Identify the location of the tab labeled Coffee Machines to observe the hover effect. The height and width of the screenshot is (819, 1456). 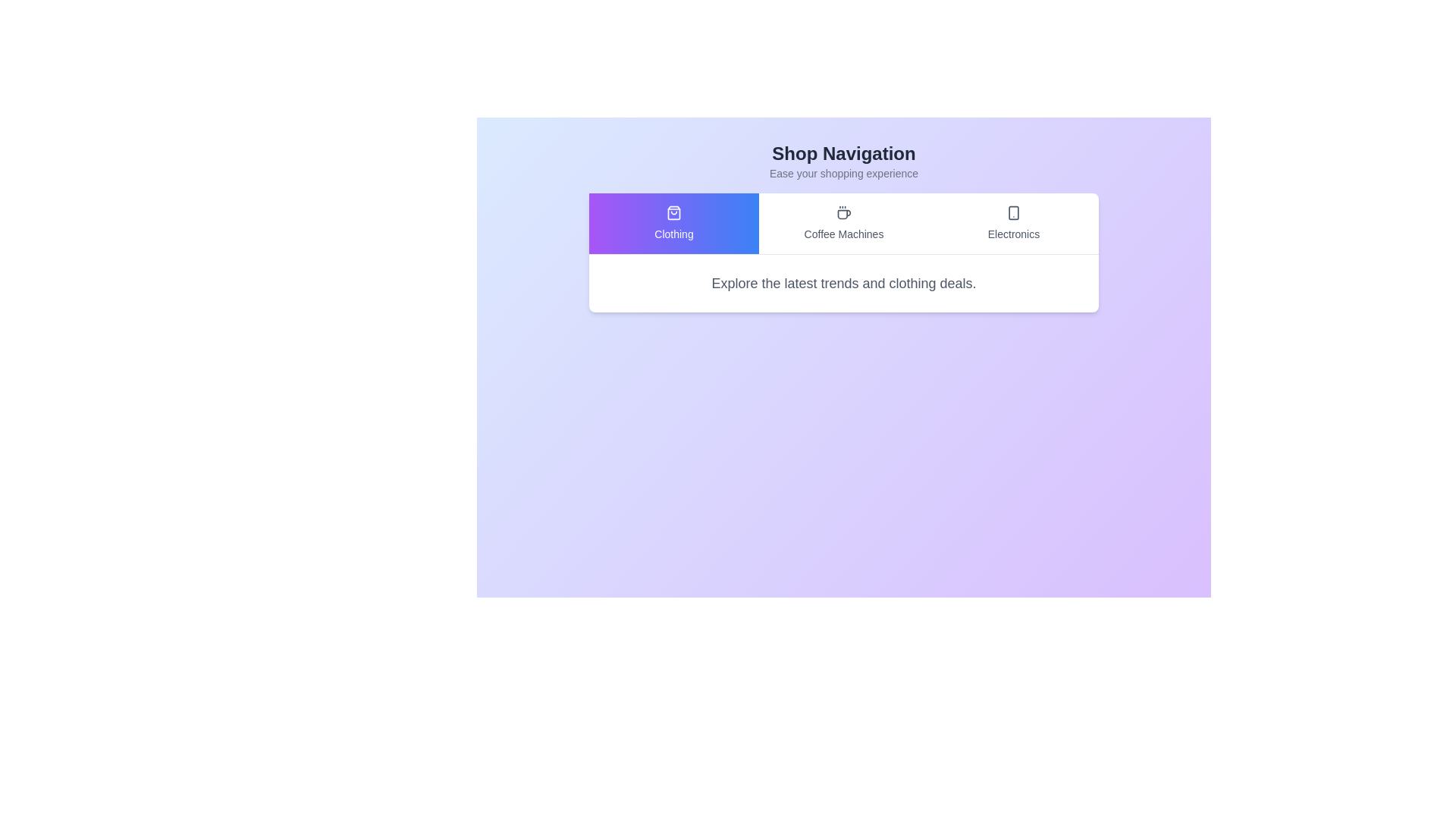
(843, 223).